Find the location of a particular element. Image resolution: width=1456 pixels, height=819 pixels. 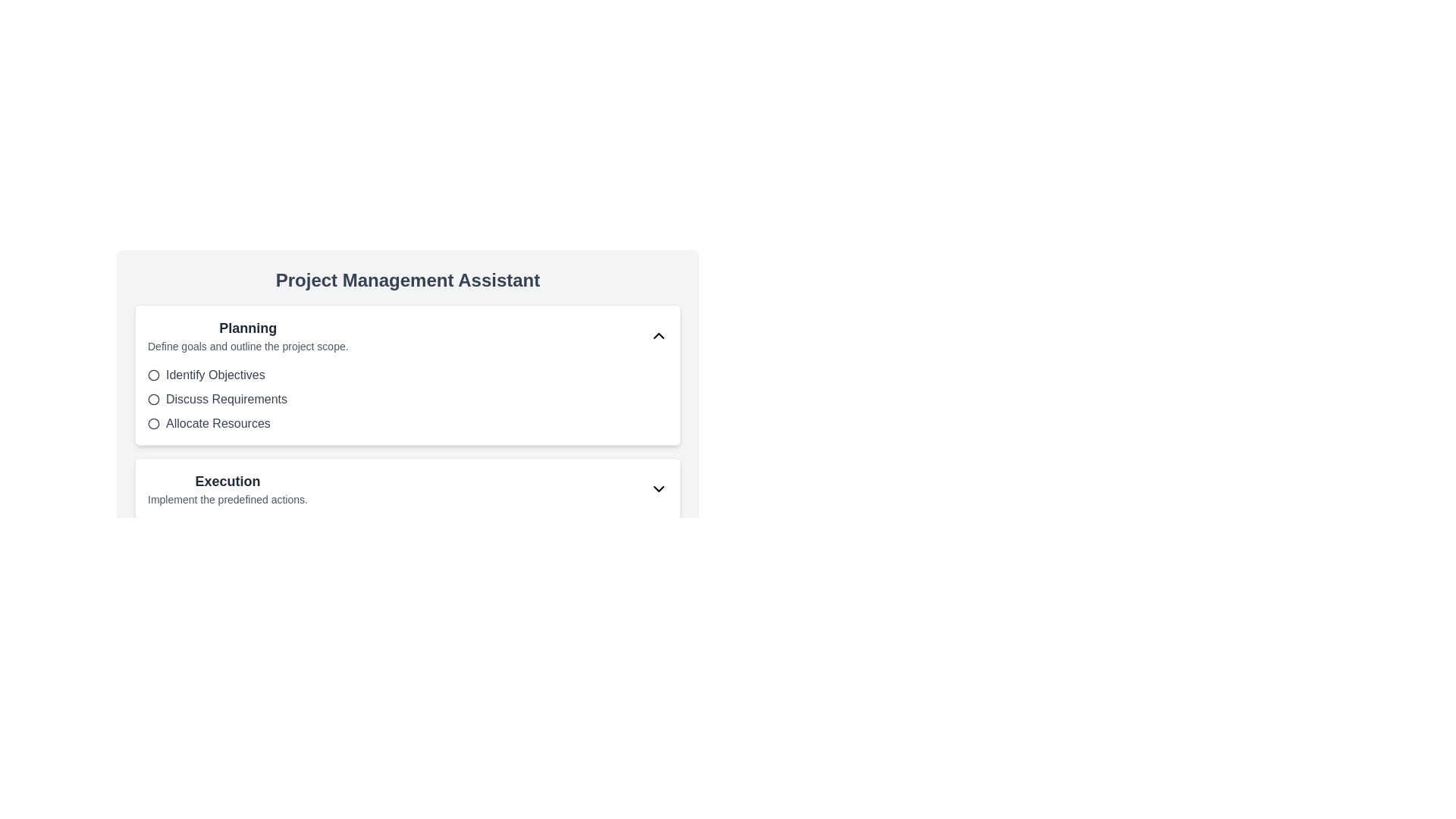

the text label displaying 'Implement the predefined actions.' which is located in the 'Execution' subsection of the interface, centered below the subtitle 'Execution.' is located at coordinates (227, 500).